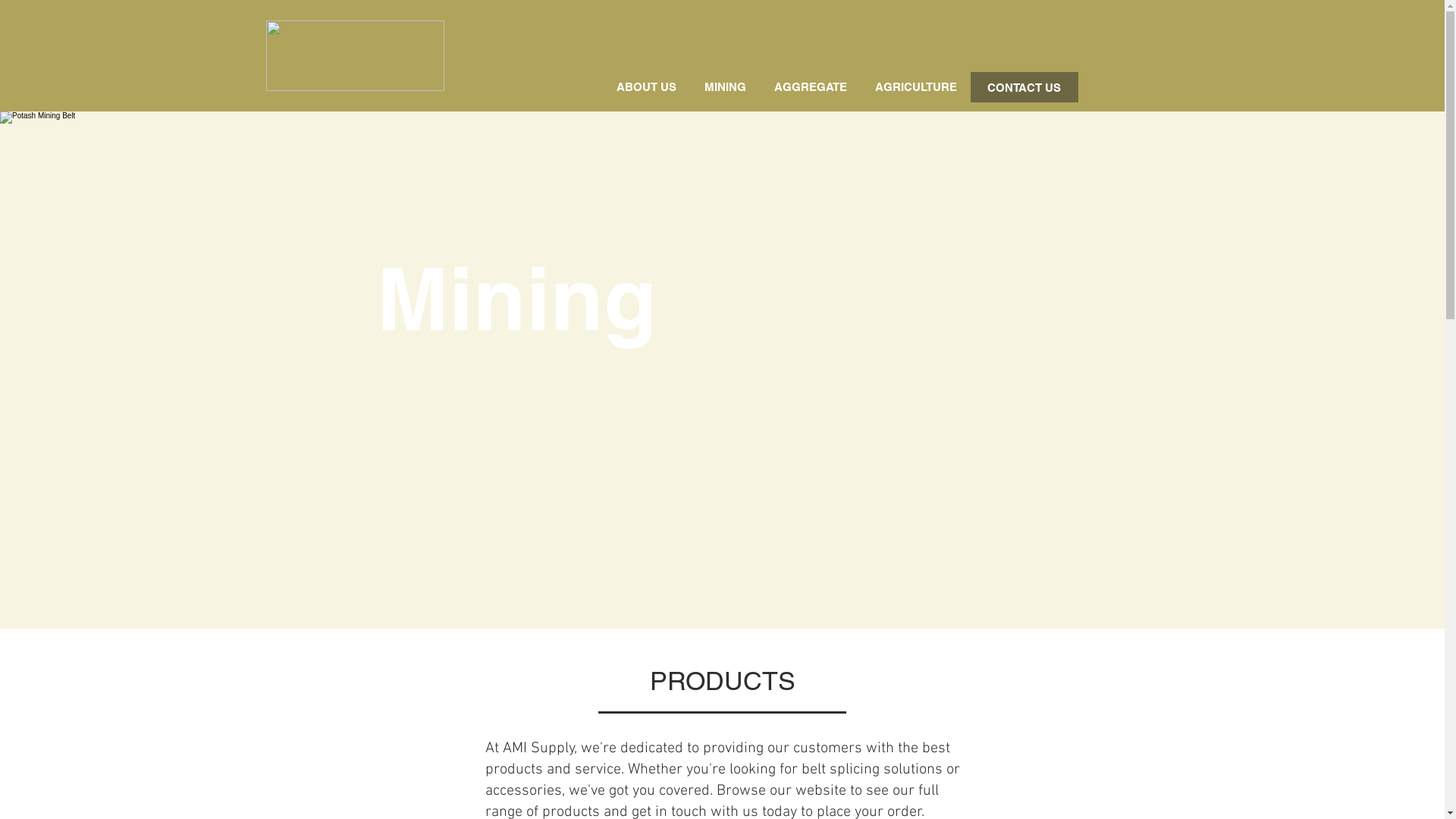 Image resolution: width=1456 pixels, height=819 pixels. Describe the element at coordinates (971, 87) in the screenshot. I see `'CONTACT US'` at that location.